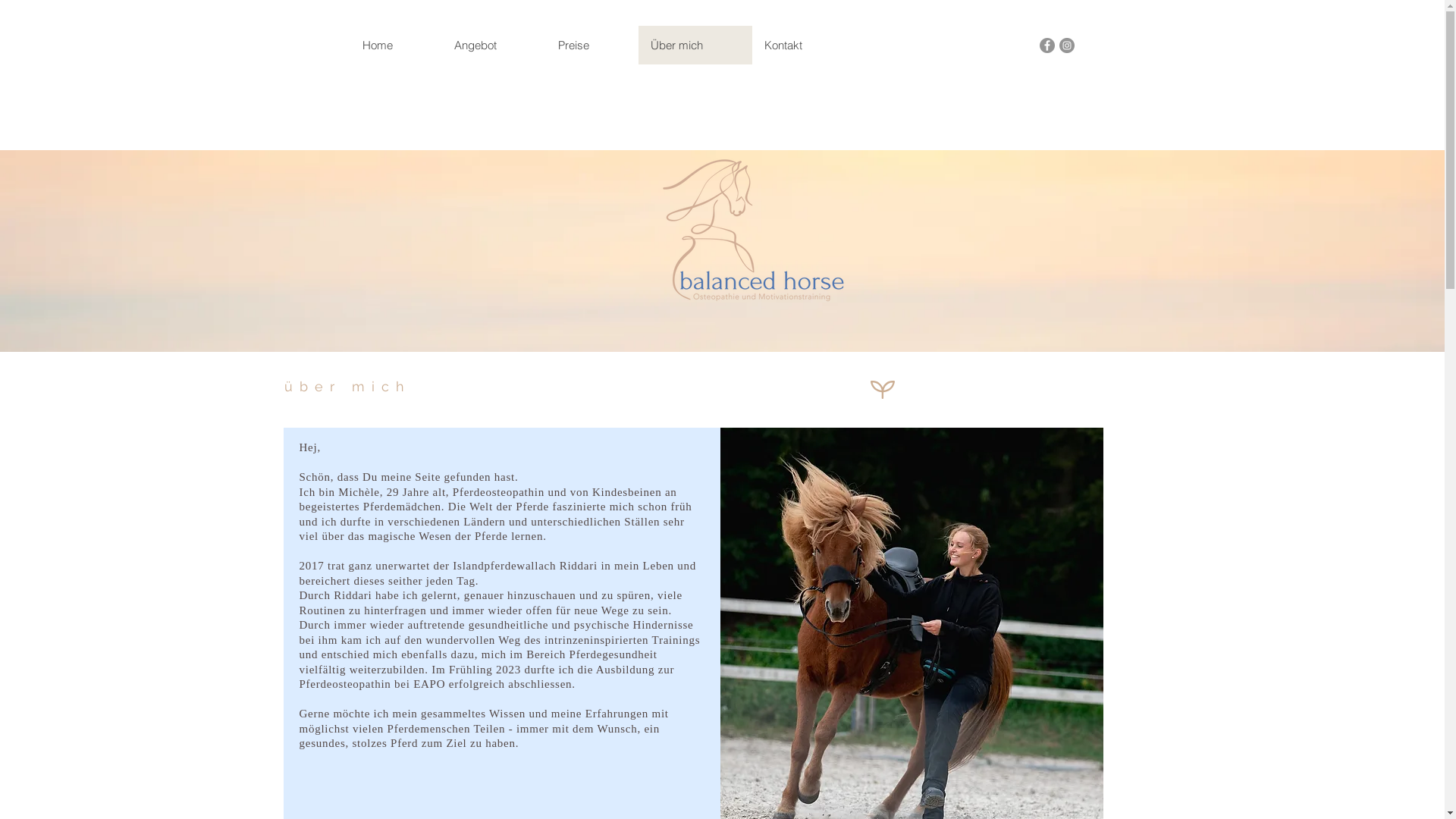 This screenshot has height=819, width=1456. Describe the element at coordinates (440, 44) in the screenshot. I see `'Angebot'` at that location.